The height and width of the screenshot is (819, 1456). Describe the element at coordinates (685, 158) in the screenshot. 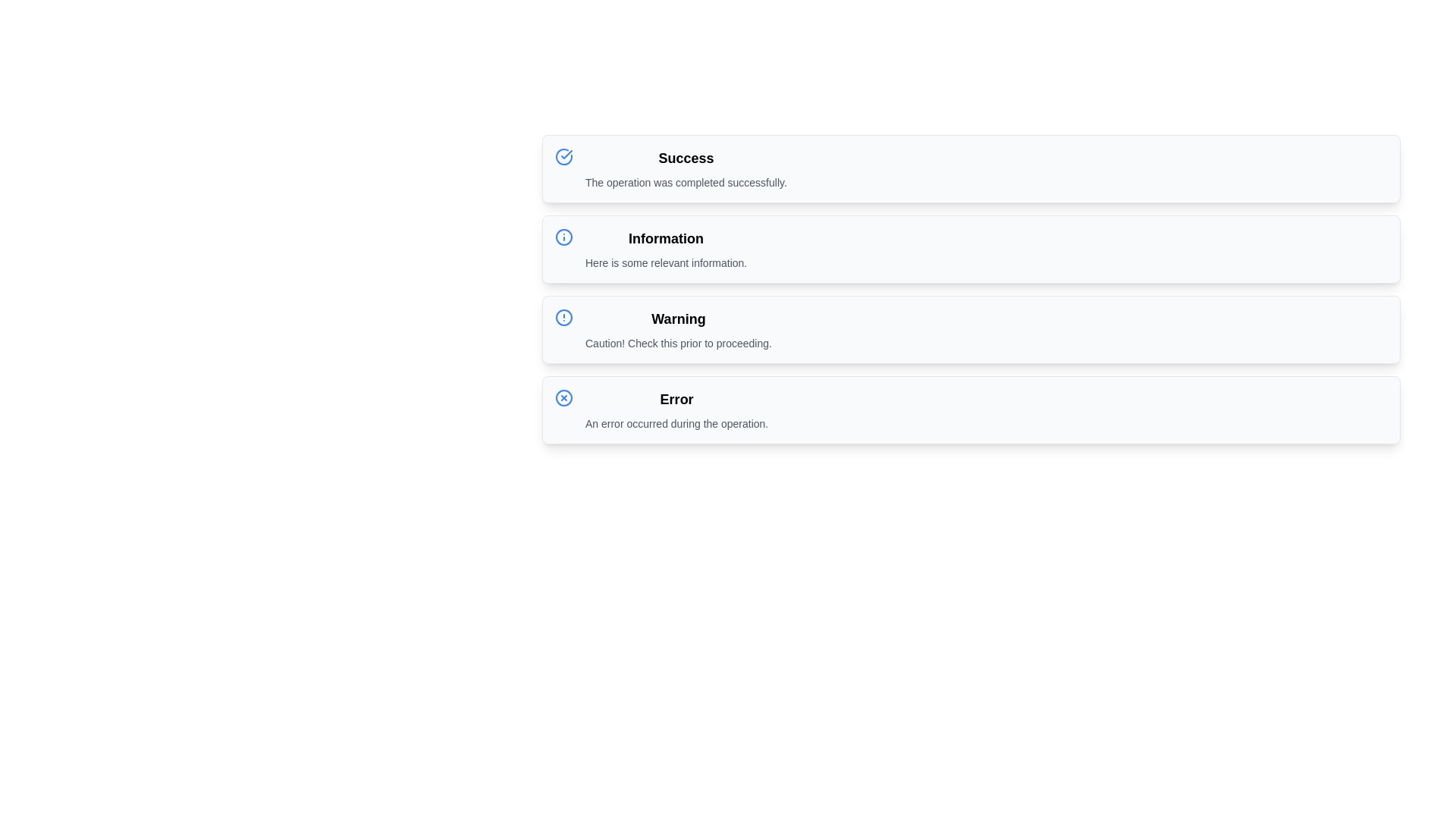

I see `the bold 'Success' label at the top of the notification card, which is the first card in a vertically stacked list layout of notifications` at that location.